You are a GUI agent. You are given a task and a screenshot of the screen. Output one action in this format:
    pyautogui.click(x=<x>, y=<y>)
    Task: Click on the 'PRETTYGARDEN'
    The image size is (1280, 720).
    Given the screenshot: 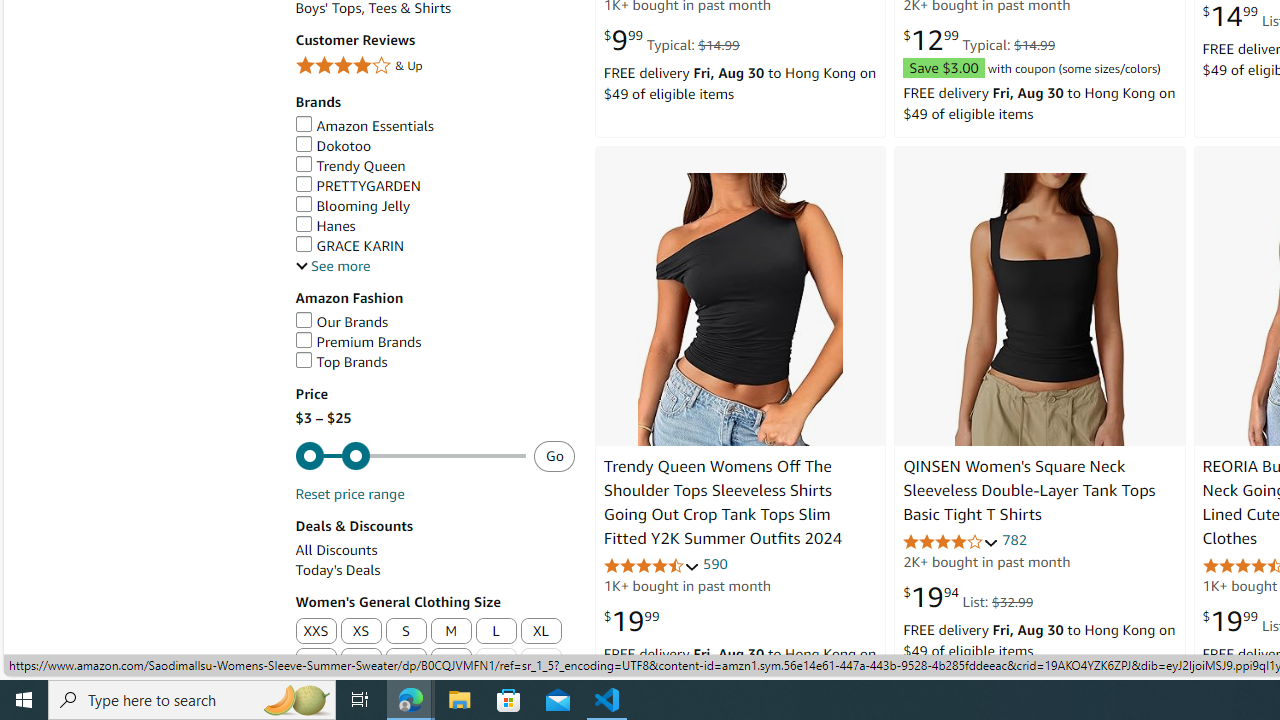 What is the action you would take?
    pyautogui.click(x=357, y=185)
    